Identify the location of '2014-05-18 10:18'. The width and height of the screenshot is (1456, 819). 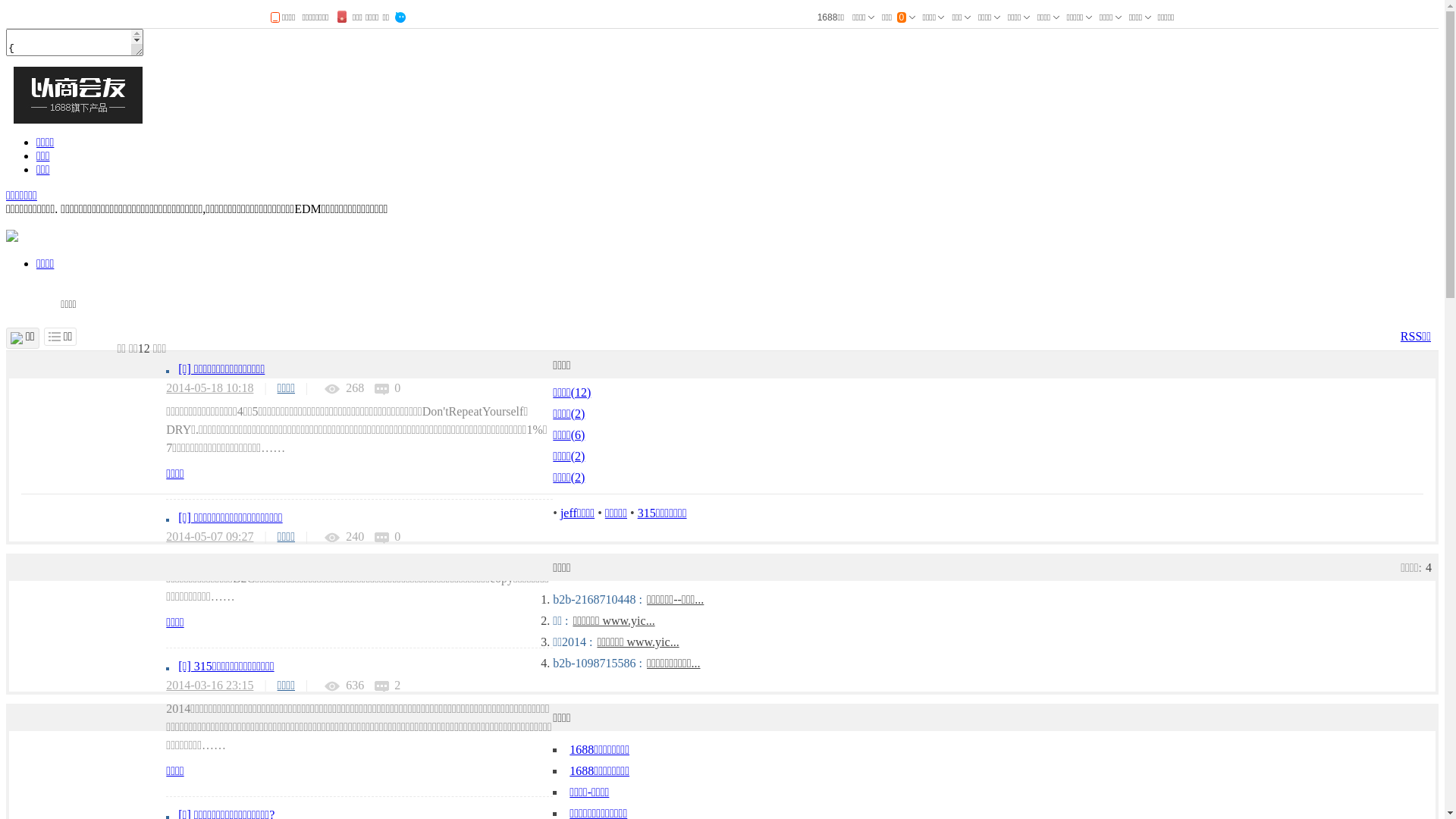
(209, 387).